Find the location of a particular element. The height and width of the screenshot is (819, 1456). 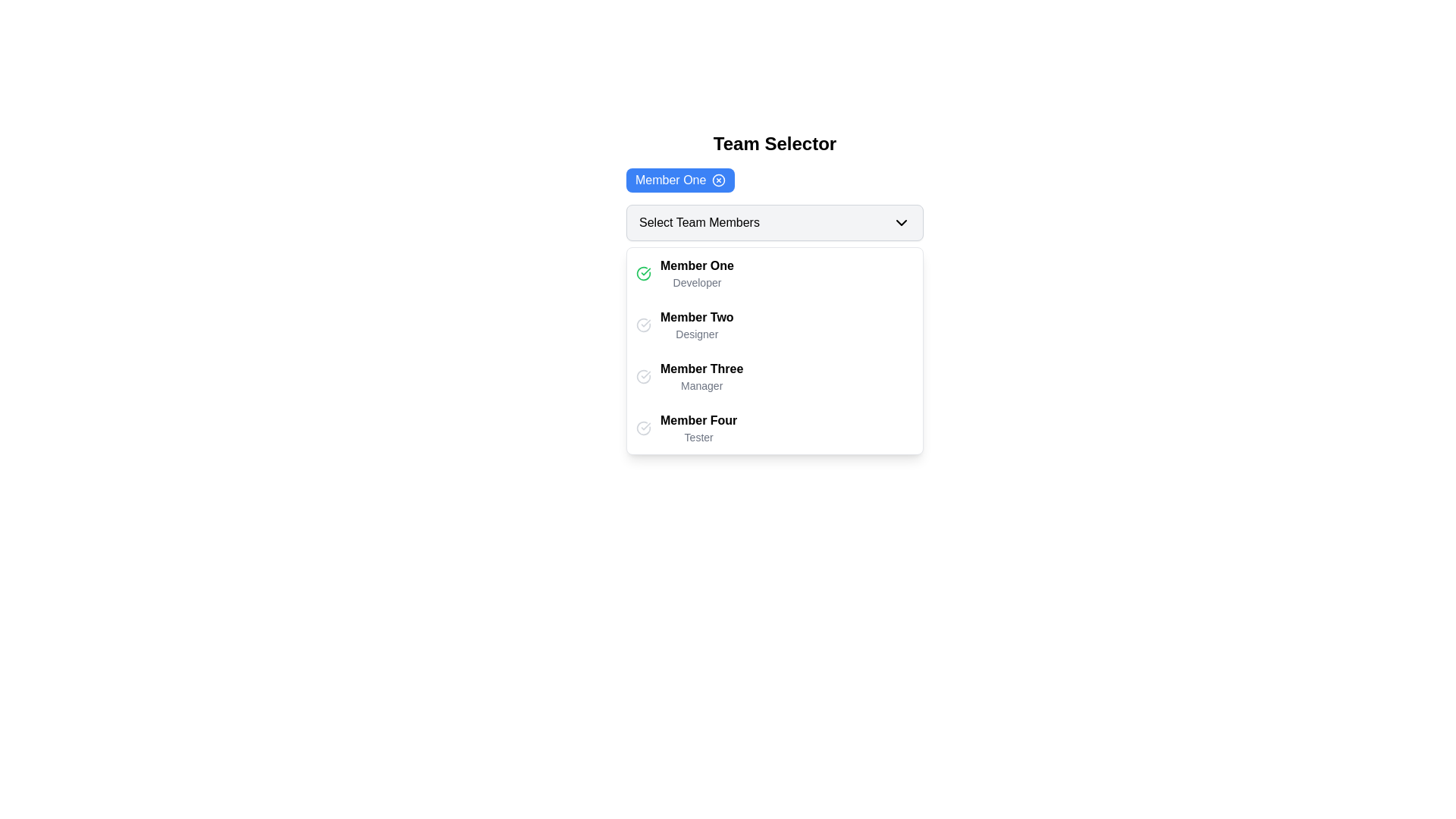

the first selectable team member in the modal, which provides details about their name and role is located at coordinates (775, 293).